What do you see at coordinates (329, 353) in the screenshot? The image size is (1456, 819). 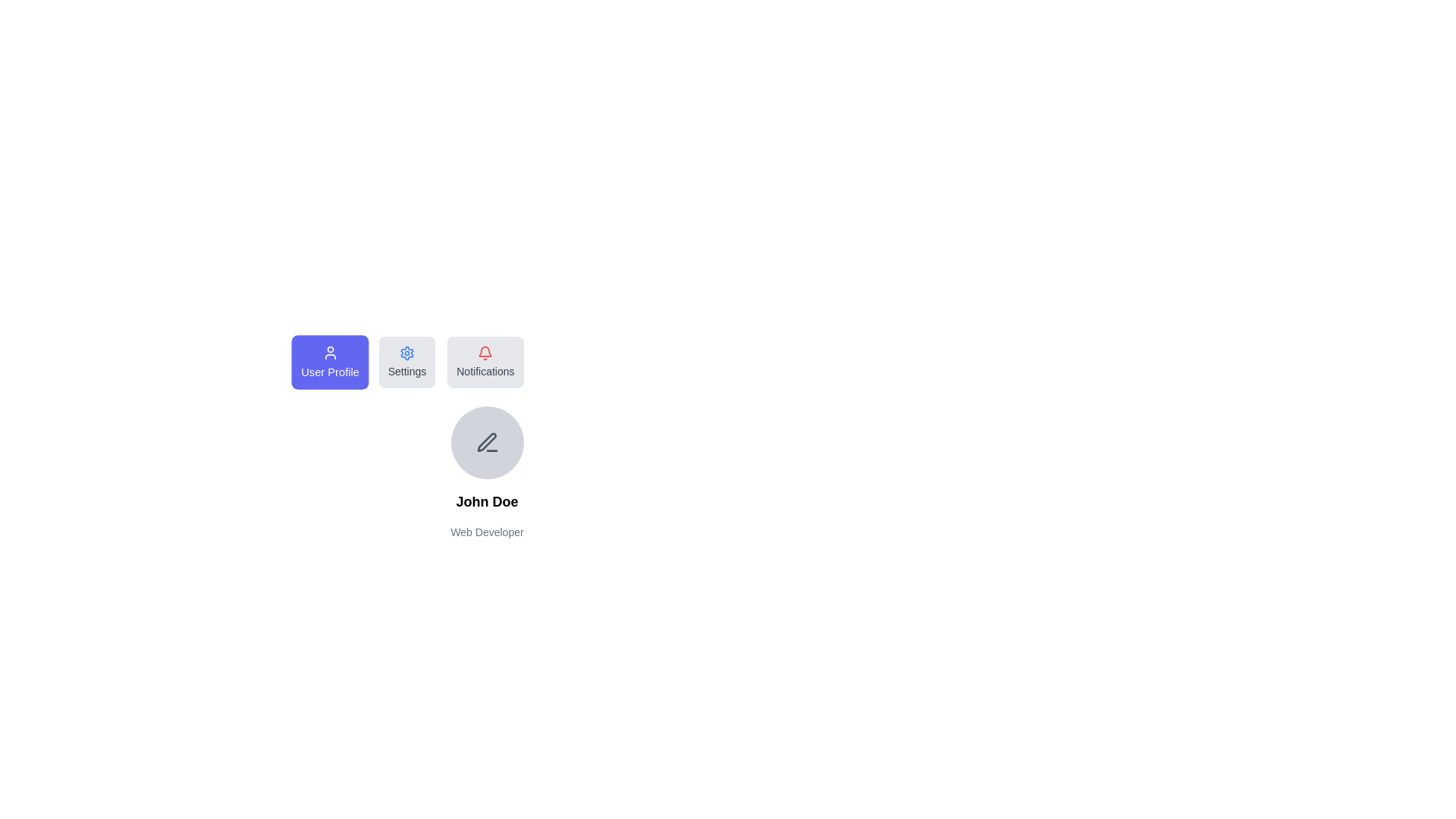 I see `the visual feedback of the user profile icon located within the 'User Profile' button, which is positioned at the top-left of the interface` at bounding box center [329, 353].